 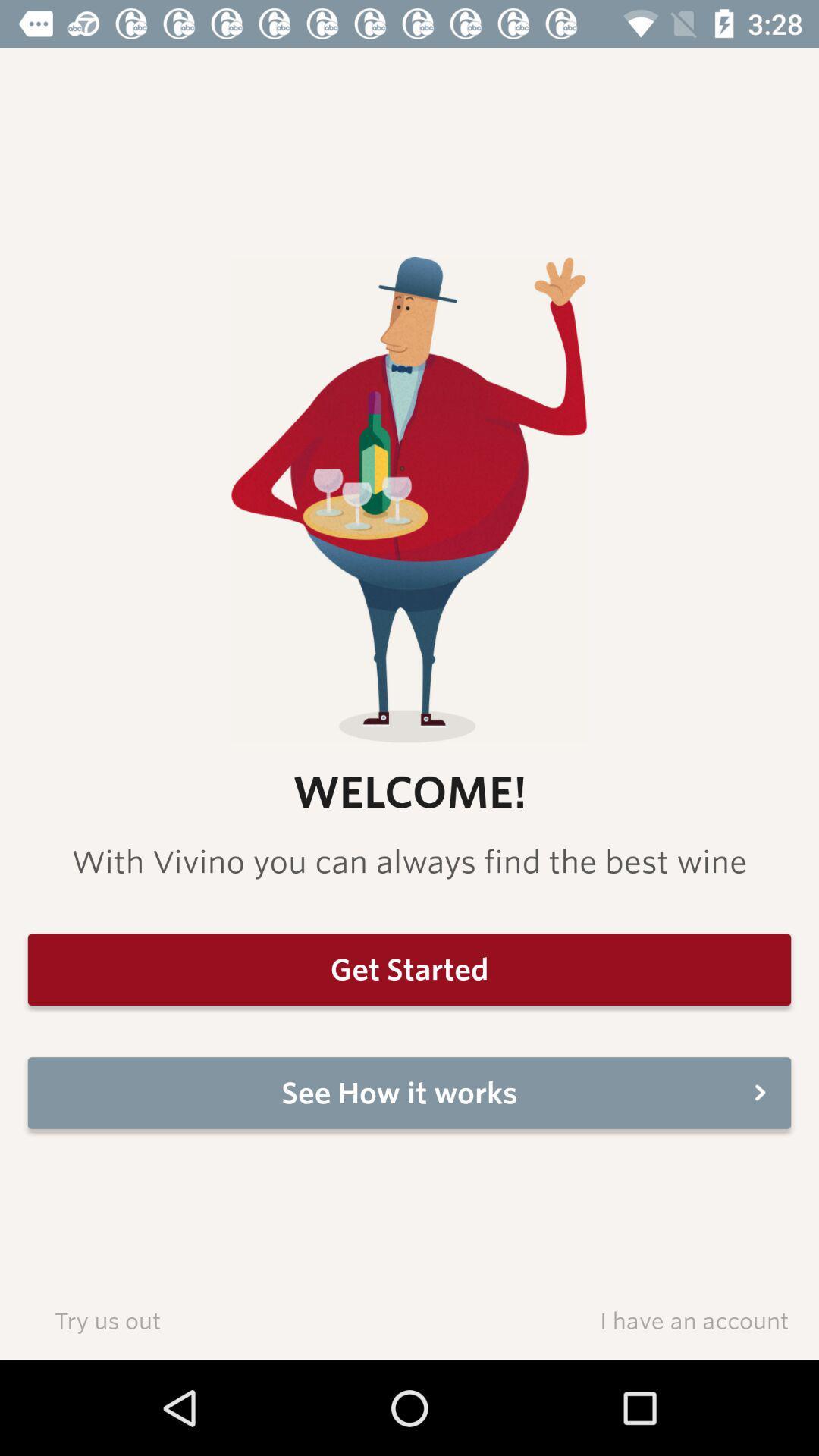 What do you see at coordinates (694, 1319) in the screenshot?
I see `item to the right of the try us out` at bounding box center [694, 1319].